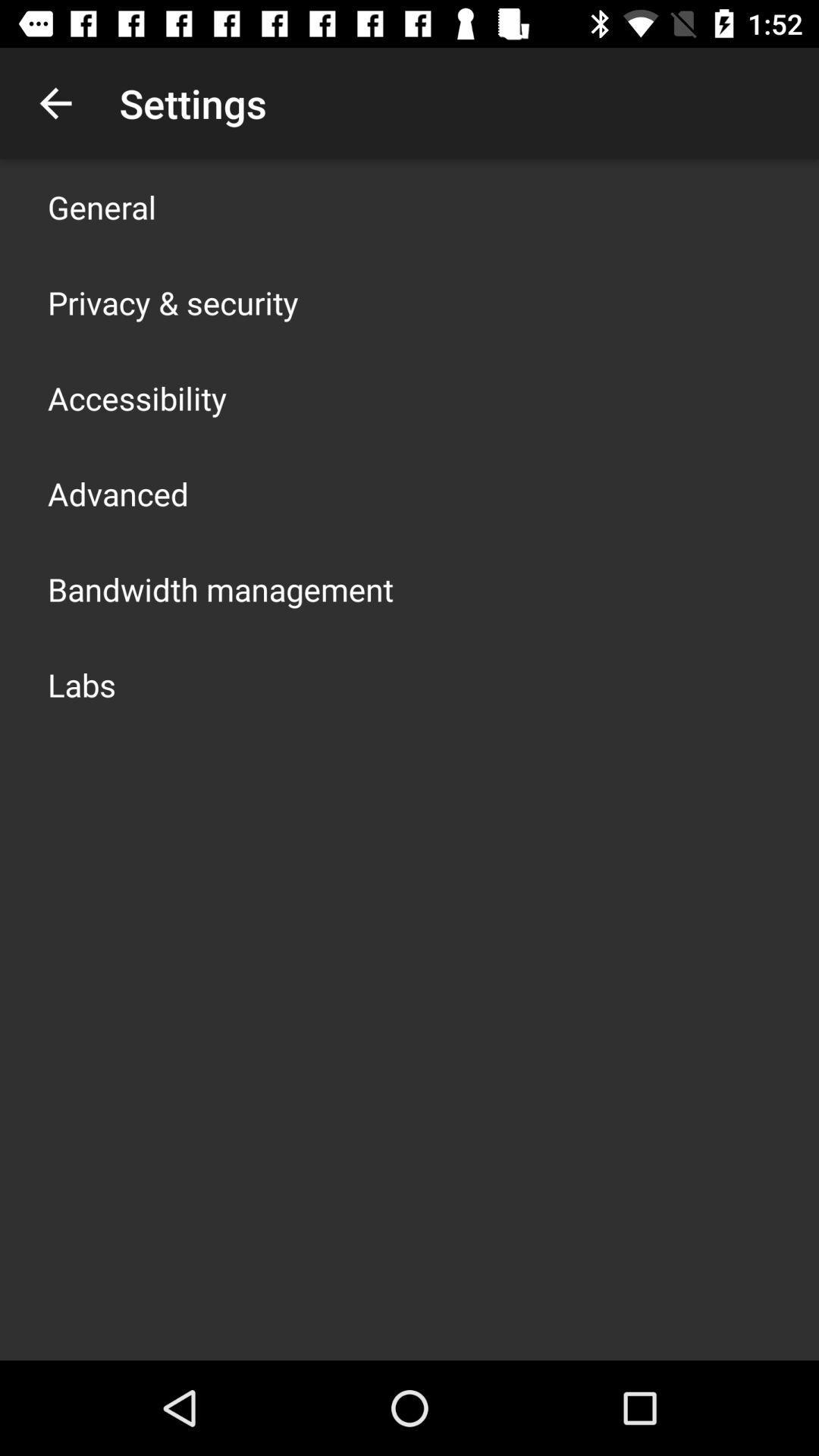 The width and height of the screenshot is (819, 1456). What do you see at coordinates (117, 494) in the screenshot?
I see `the advanced` at bounding box center [117, 494].